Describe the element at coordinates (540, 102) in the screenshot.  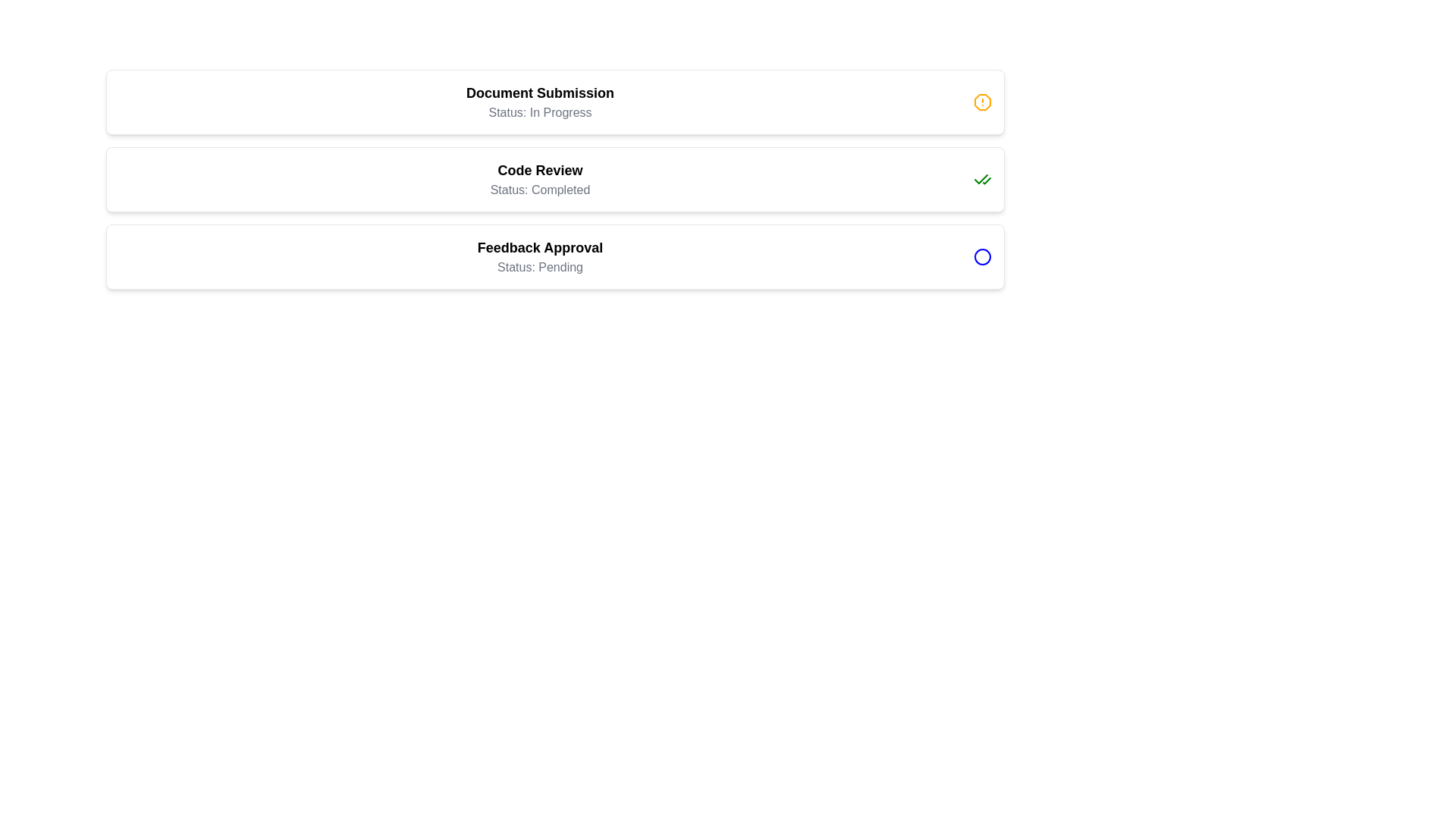
I see `the 'Document Submission' header element, which displays 'Status: In Progress' as subtext, positioned at the top-left of the content area` at that location.